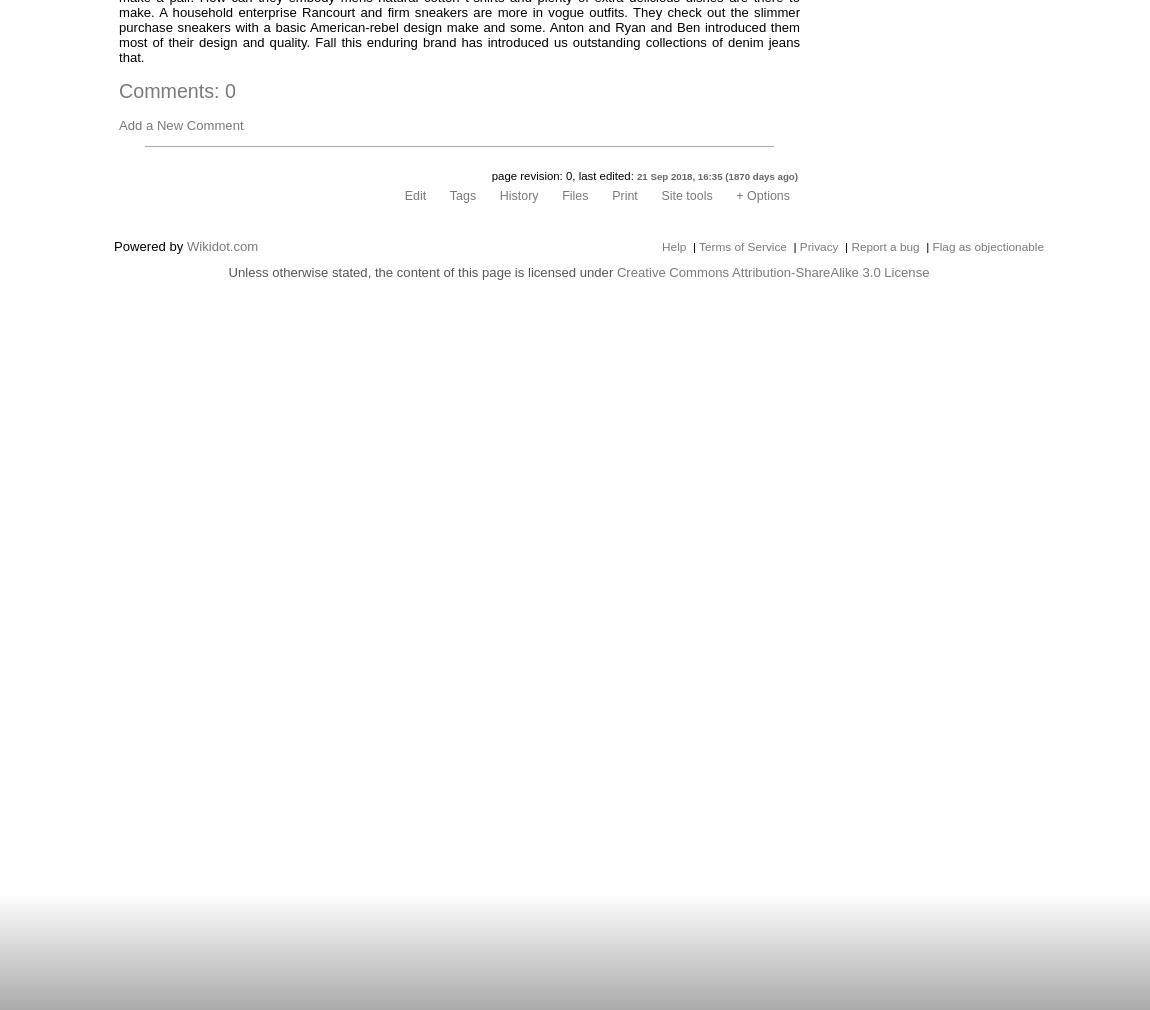  What do you see at coordinates (987, 246) in the screenshot?
I see `'Flag as objectionable'` at bounding box center [987, 246].